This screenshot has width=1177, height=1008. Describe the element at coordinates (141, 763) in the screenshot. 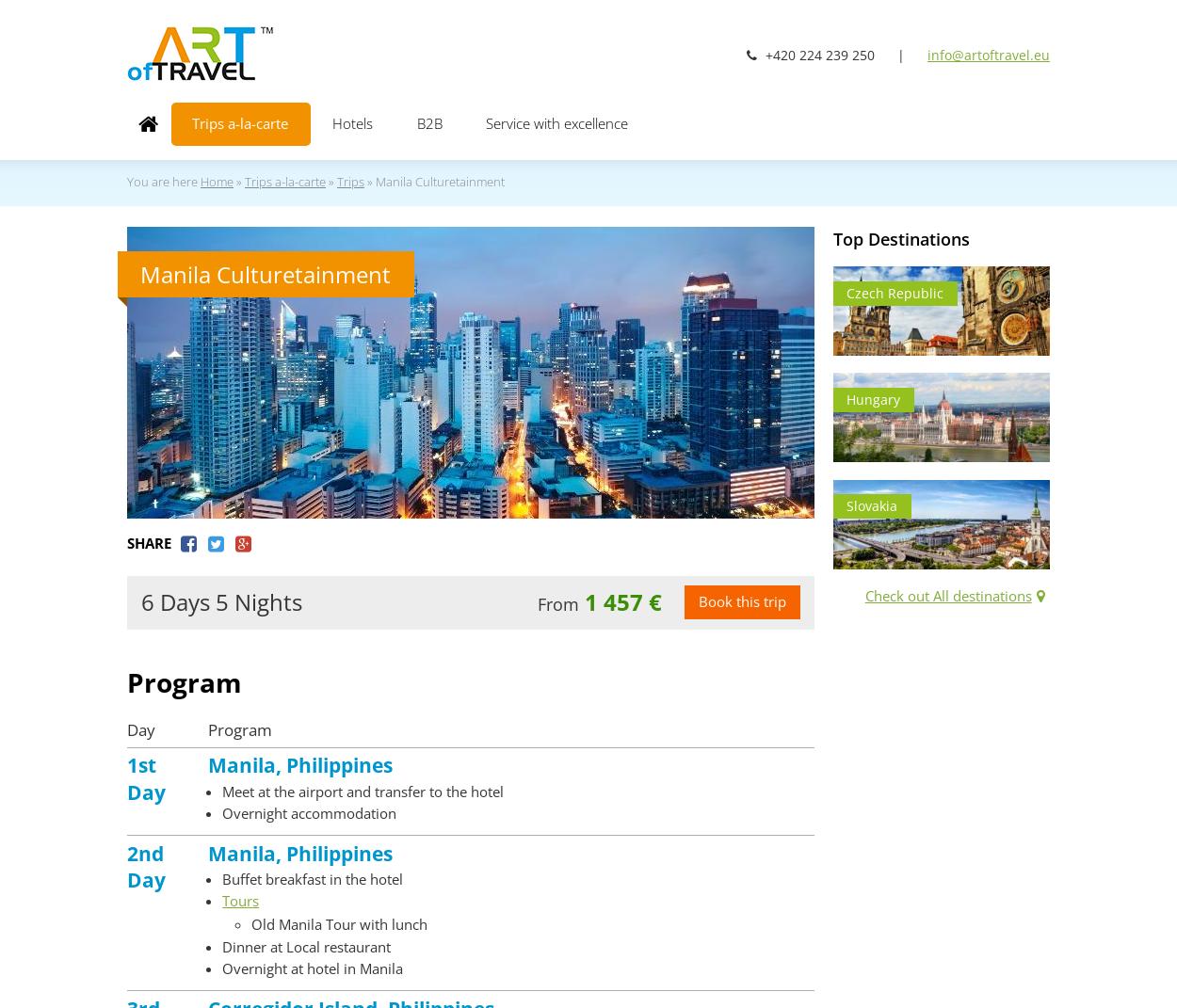

I see `'1st'` at that location.